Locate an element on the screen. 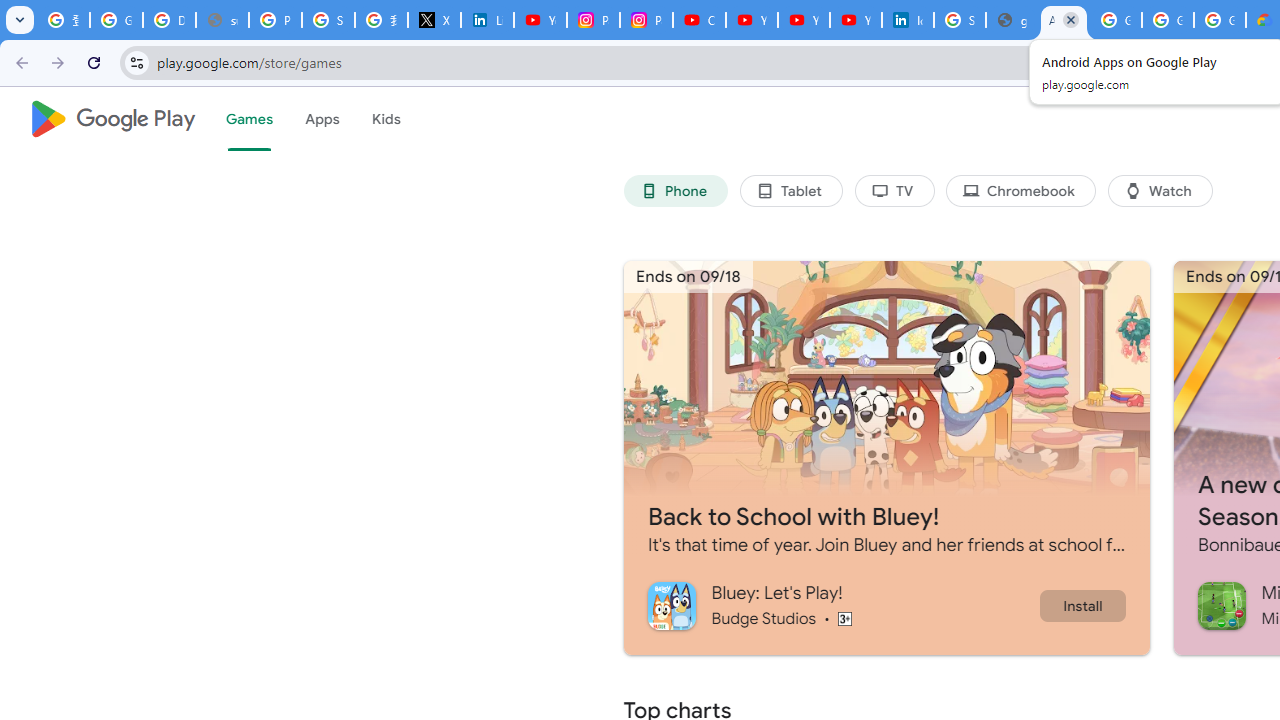  'X' is located at coordinates (433, 20).